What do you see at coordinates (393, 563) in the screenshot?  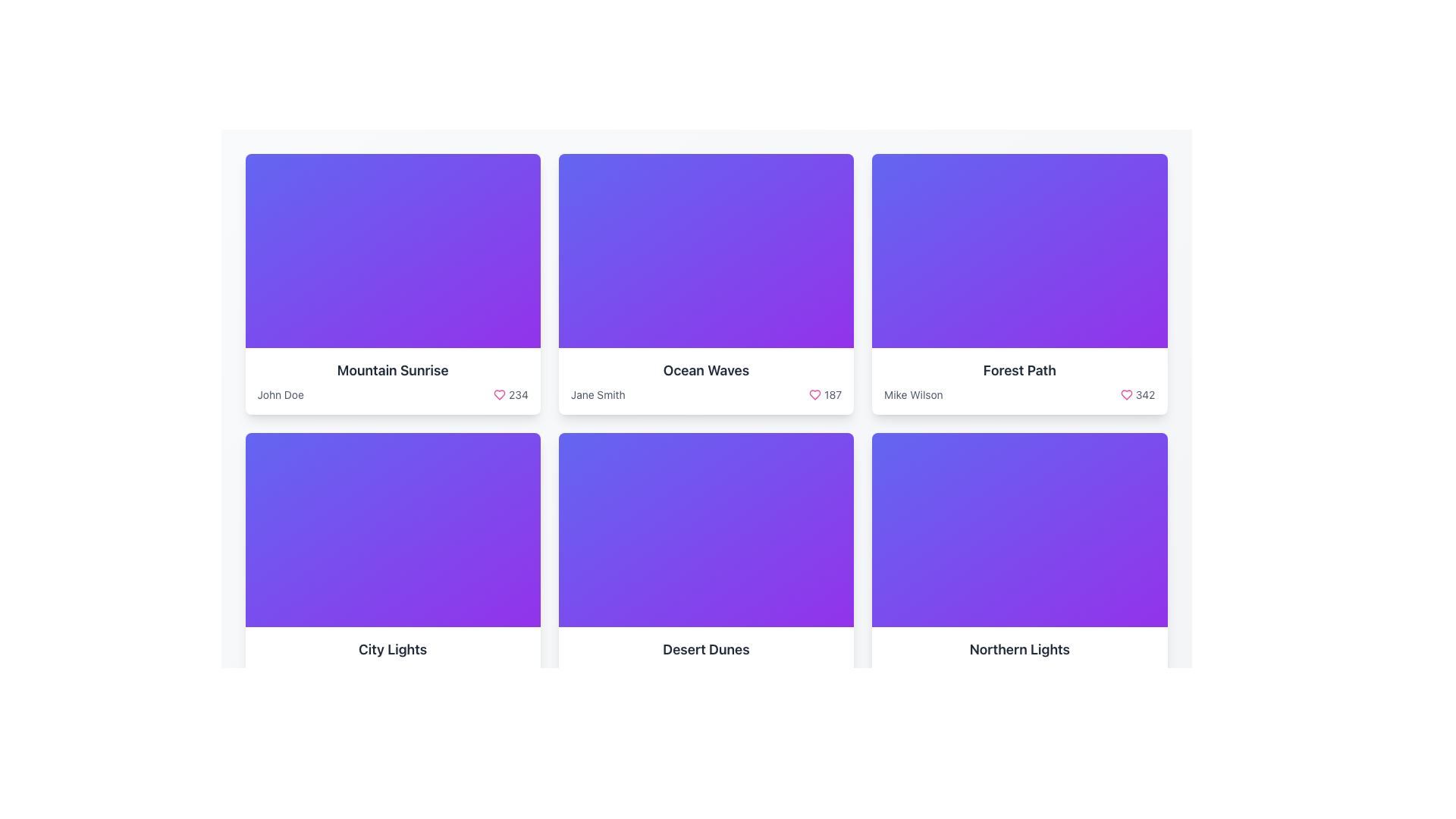 I see `the 'City Lights' card, which is the fourth card` at bounding box center [393, 563].